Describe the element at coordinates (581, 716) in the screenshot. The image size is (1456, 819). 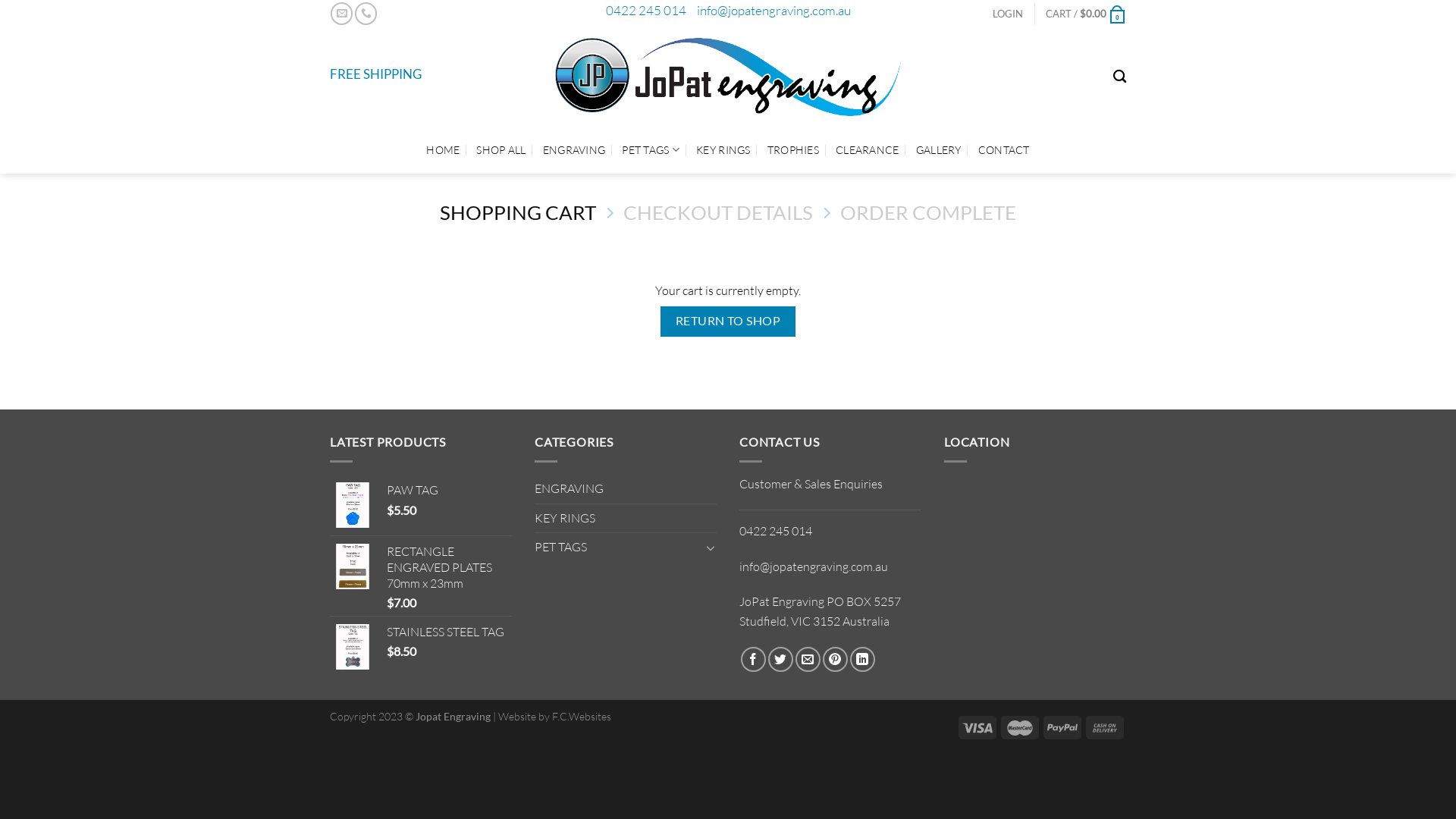
I see `'F.C.Websites'` at that location.